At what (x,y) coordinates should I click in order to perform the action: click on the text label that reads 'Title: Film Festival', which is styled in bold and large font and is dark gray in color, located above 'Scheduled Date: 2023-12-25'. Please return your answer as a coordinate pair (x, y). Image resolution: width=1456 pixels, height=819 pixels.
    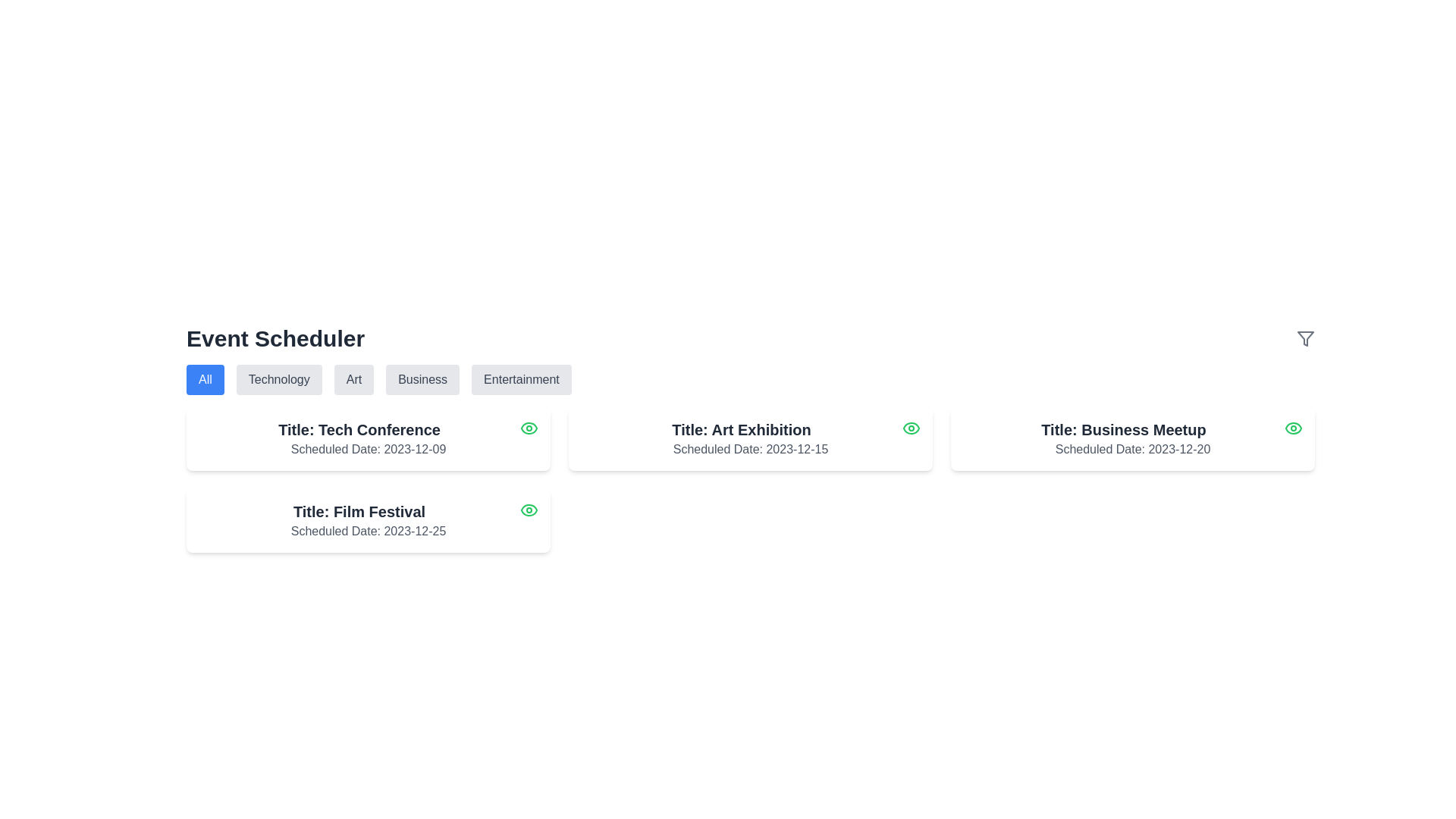
    Looking at the image, I should click on (368, 512).